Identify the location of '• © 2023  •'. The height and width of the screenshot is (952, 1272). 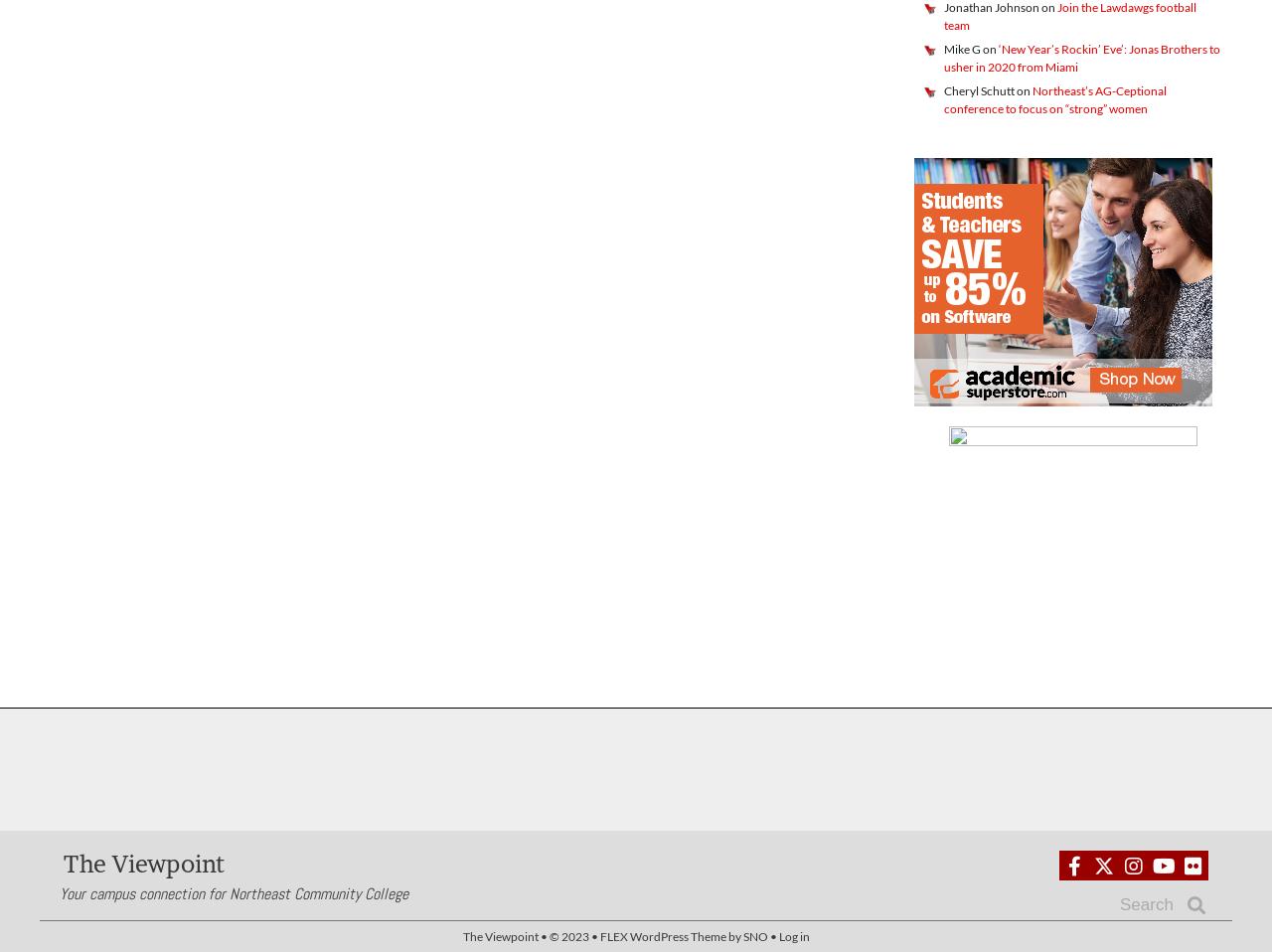
(567, 936).